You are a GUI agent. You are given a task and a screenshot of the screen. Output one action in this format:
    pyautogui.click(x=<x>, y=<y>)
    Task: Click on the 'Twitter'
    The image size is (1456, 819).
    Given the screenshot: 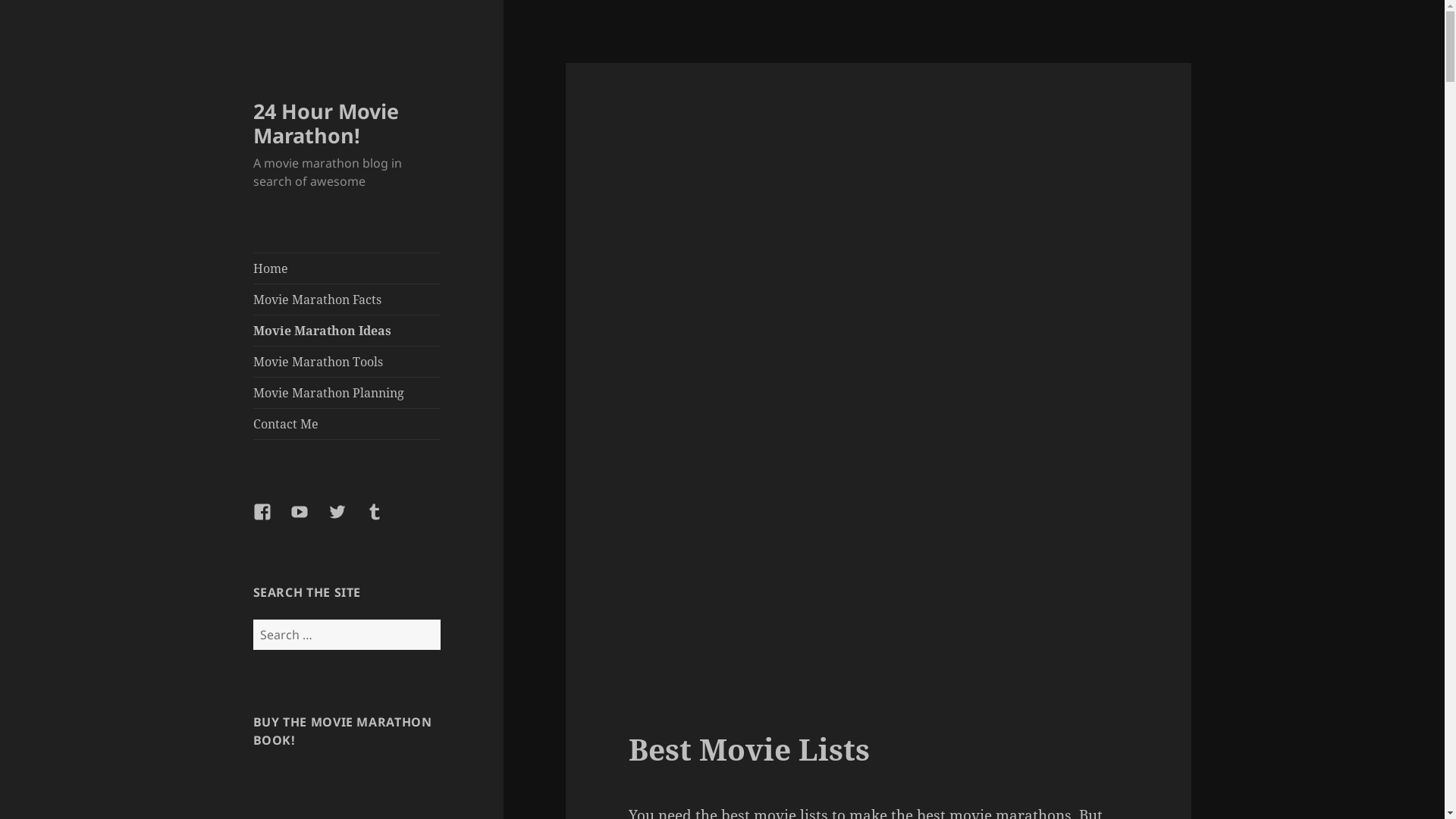 What is the action you would take?
    pyautogui.click(x=327, y=519)
    